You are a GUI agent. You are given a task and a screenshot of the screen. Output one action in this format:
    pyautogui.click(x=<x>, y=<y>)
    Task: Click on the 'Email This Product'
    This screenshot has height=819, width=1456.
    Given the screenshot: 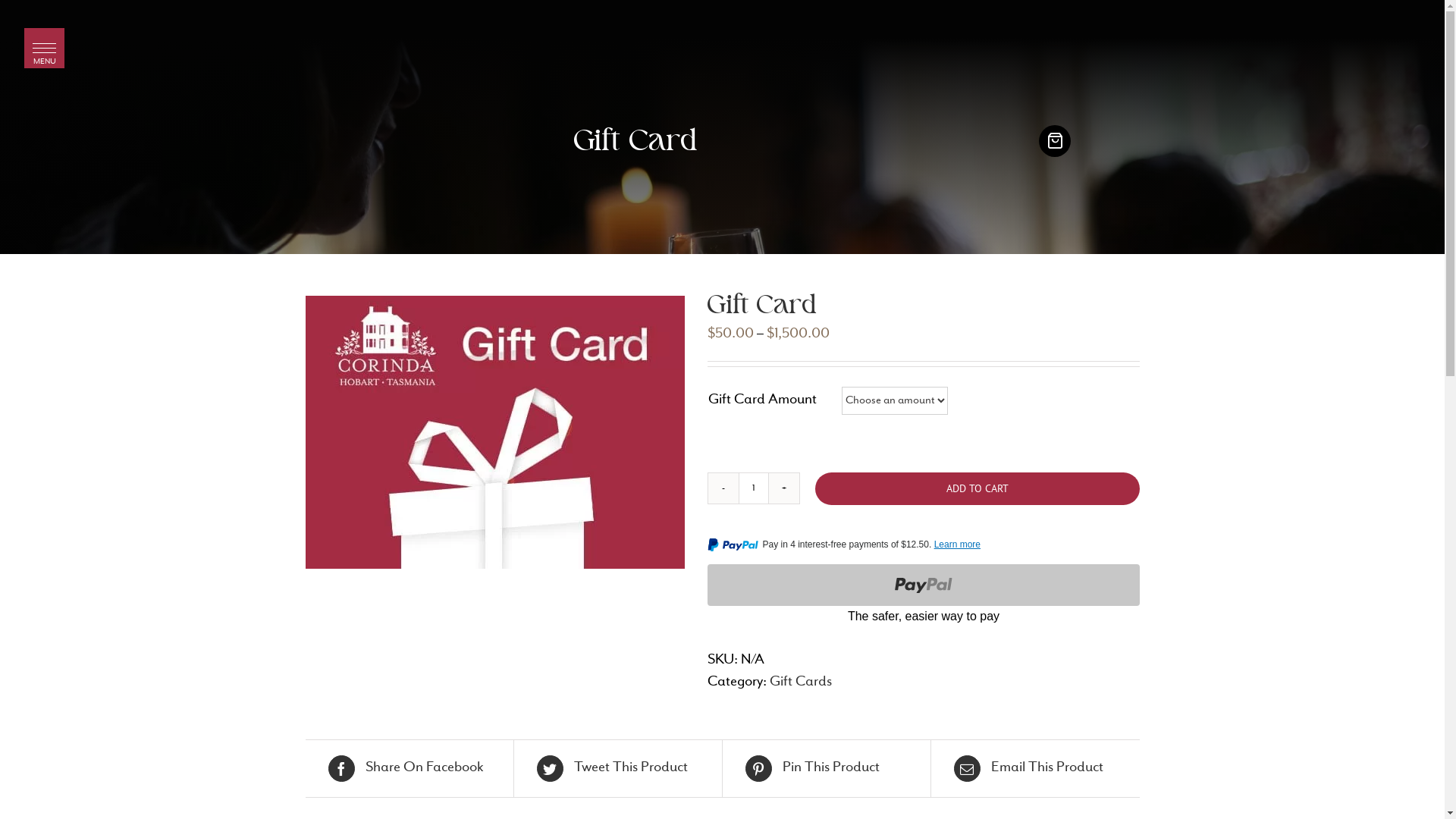 What is the action you would take?
    pyautogui.click(x=1034, y=768)
    